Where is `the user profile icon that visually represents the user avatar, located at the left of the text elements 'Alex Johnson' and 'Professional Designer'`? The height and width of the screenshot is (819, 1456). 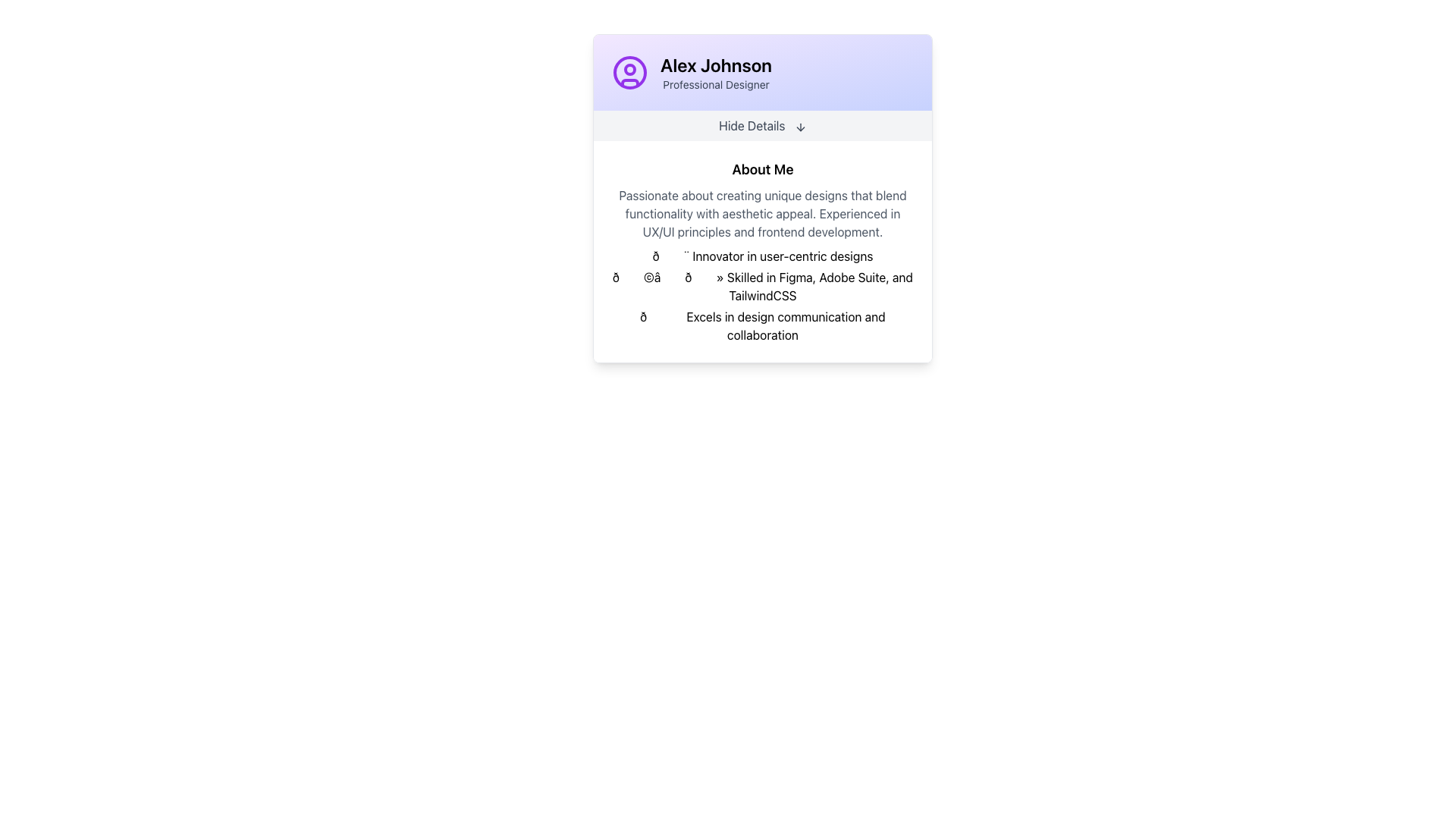 the user profile icon that visually represents the user avatar, located at the left of the text elements 'Alex Johnson' and 'Professional Designer' is located at coordinates (629, 73).